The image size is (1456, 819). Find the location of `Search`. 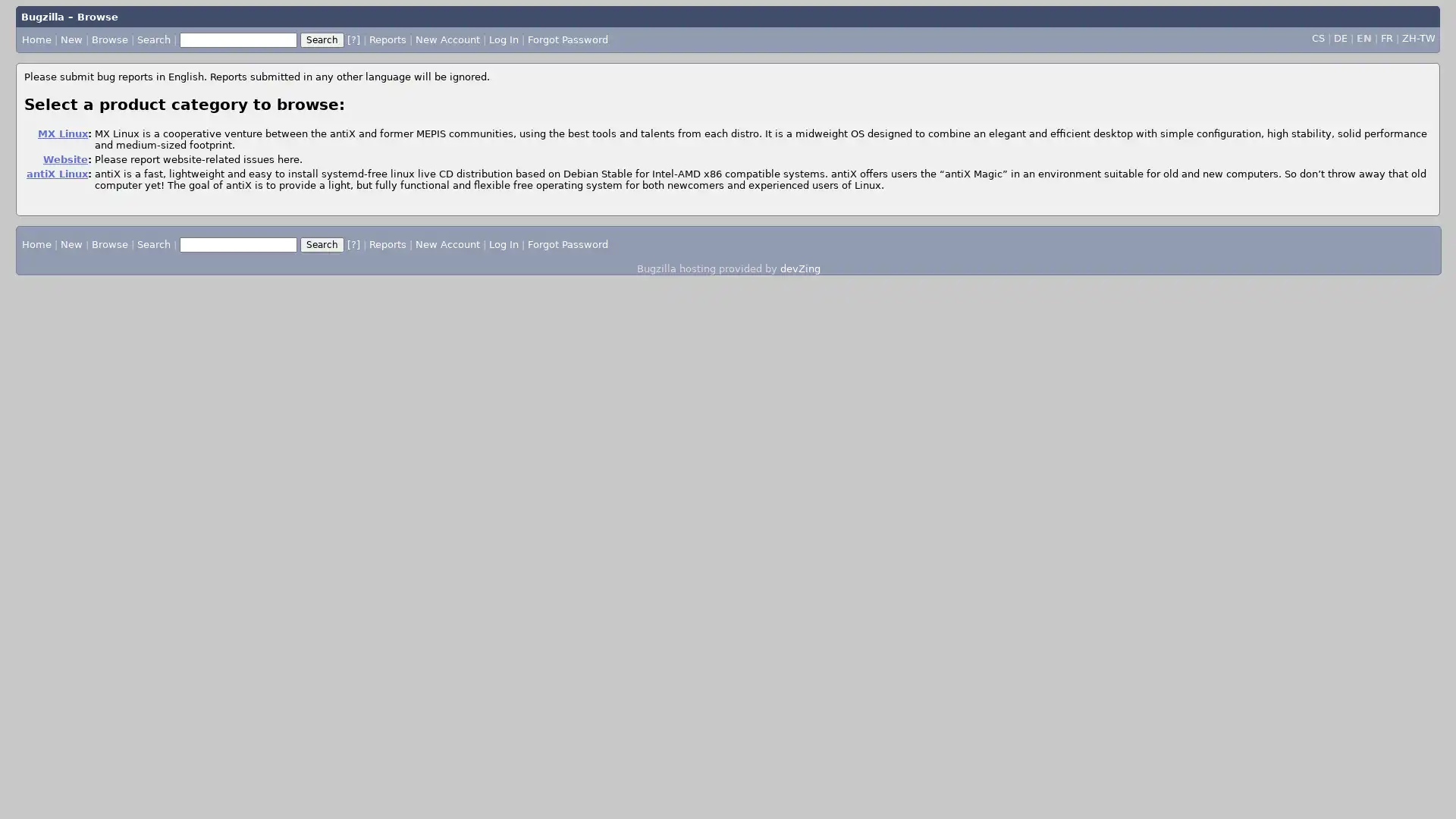

Search is located at coordinates (322, 244).